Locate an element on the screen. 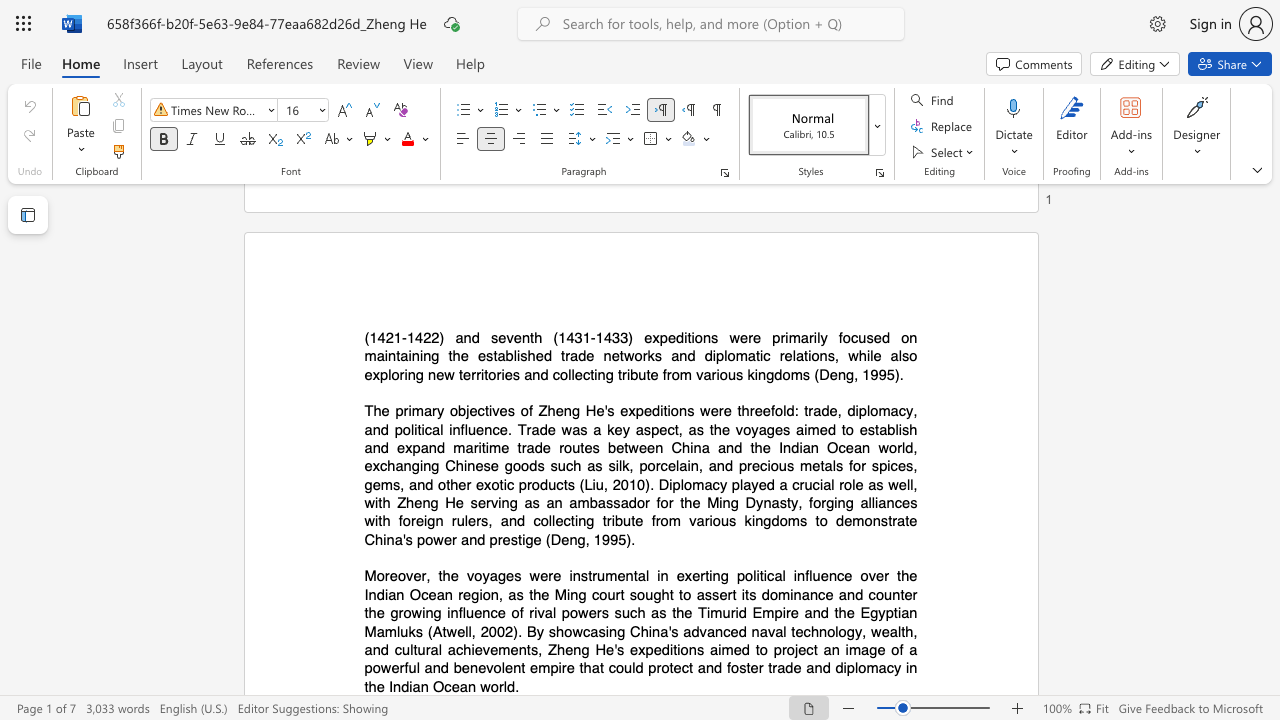  the subset text "echnology, wealth, and cultural achievements, Zheng He" within the text "China" is located at coordinates (794, 631).